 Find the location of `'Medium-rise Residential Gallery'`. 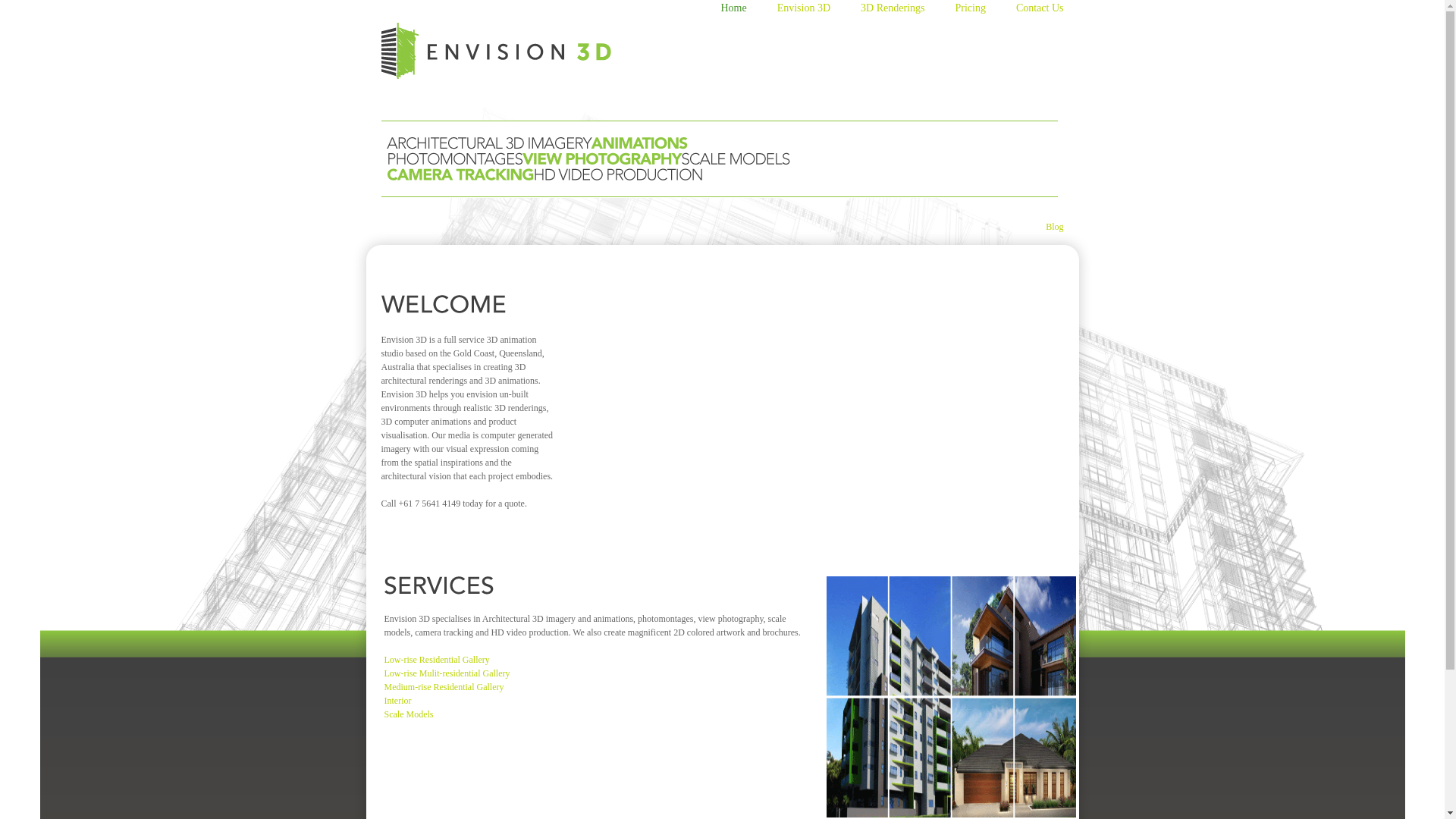

'Medium-rise Residential Gallery' is located at coordinates (443, 687).